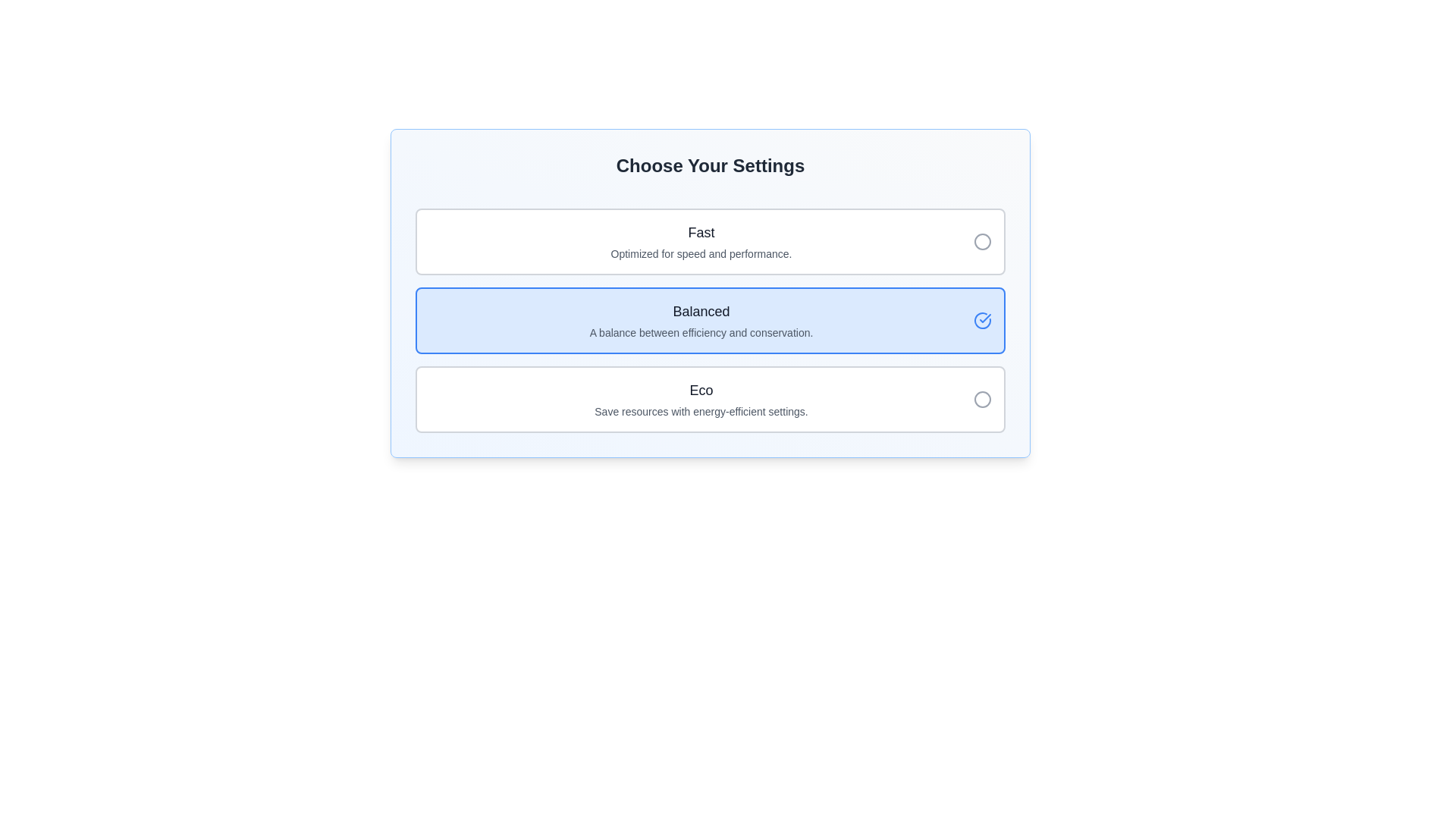 The width and height of the screenshot is (1456, 819). What do you see at coordinates (701, 233) in the screenshot?
I see `the text label displaying 'Fast'` at bounding box center [701, 233].